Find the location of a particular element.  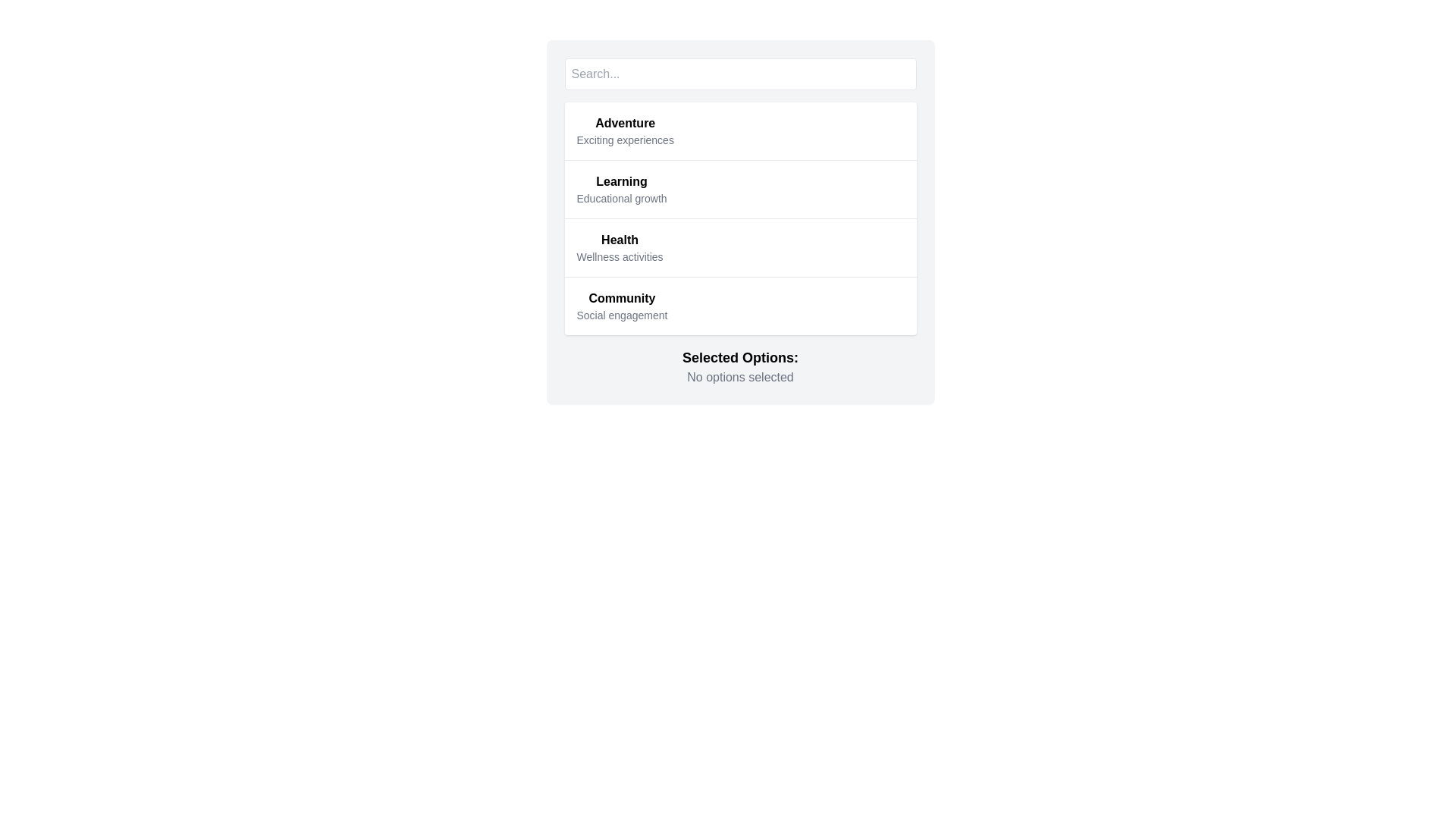

the third list item labeled 'Health' which represents a selectable category option with additional information about 'Wellness activities' is located at coordinates (740, 218).